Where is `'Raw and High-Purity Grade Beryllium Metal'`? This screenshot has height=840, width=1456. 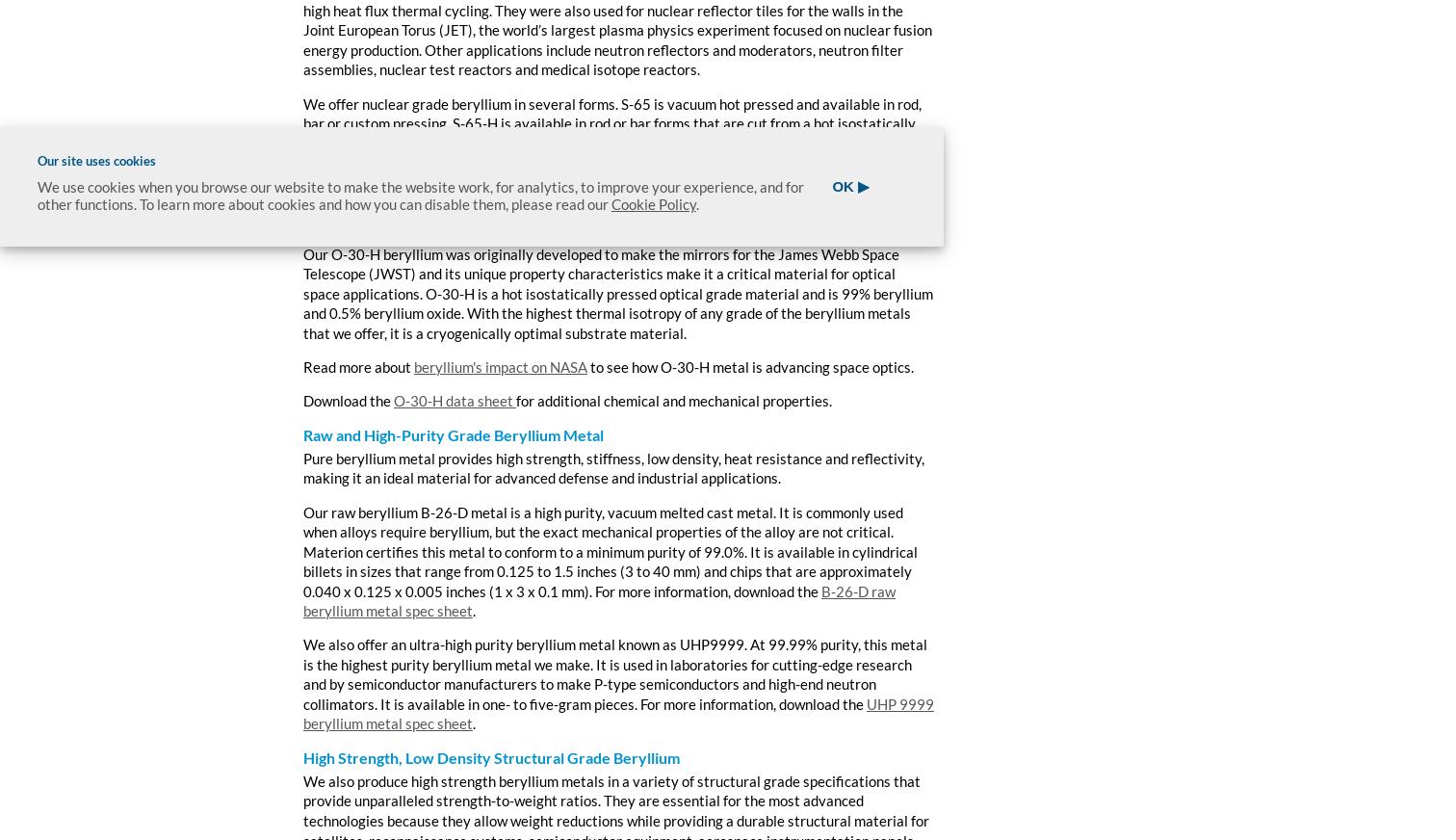
'Raw and High-Purity Grade Beryllium Metal' is located at coordinates (453, 433).